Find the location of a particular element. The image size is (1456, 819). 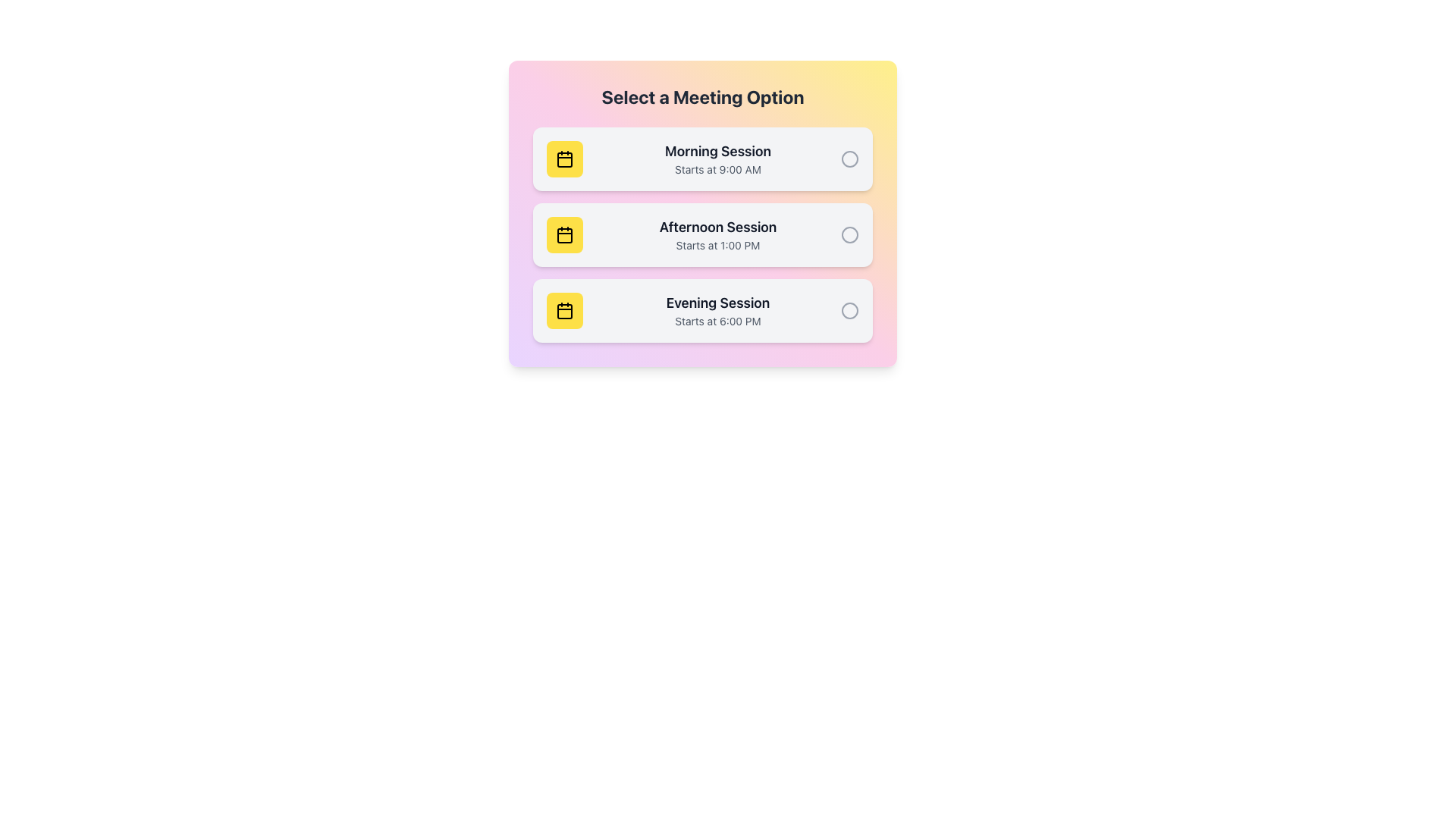

the text label that displays session details, including the session title and starting time, to associate with the session information is located at coordinates (717, 158).